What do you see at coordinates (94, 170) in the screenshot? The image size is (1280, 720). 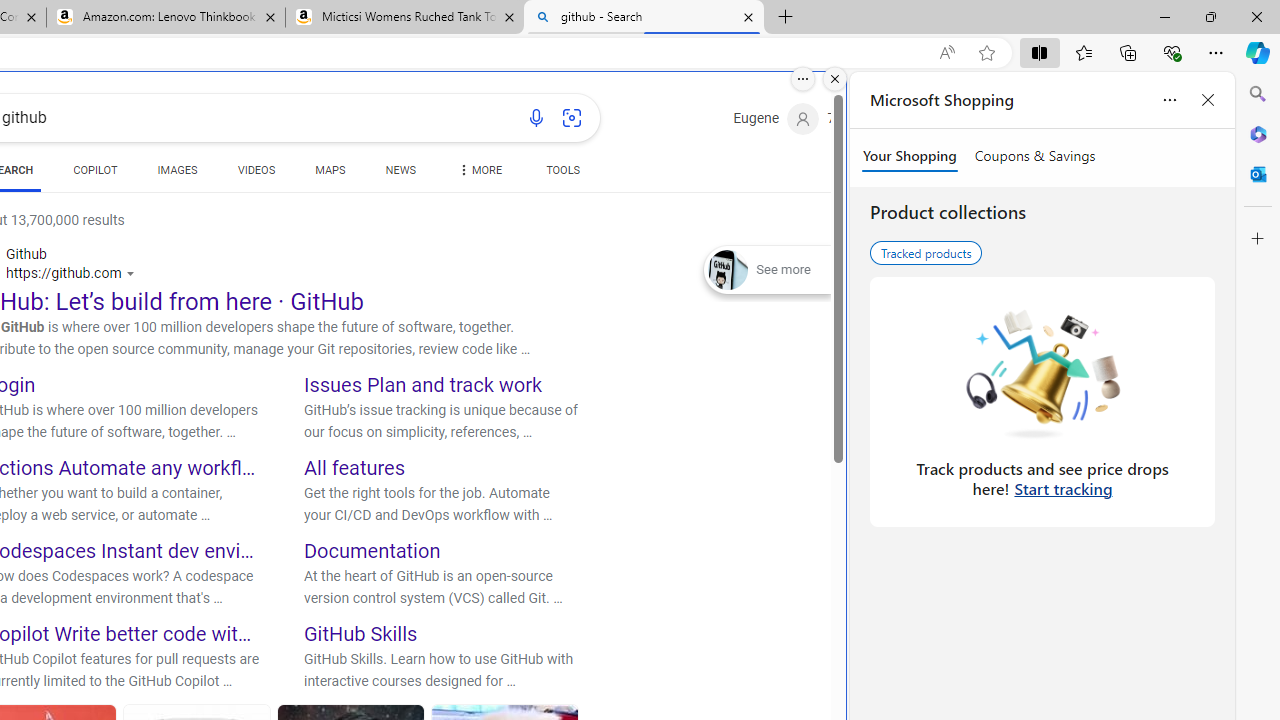 I see `'COPILOT'` at bounding box center [94, 170].